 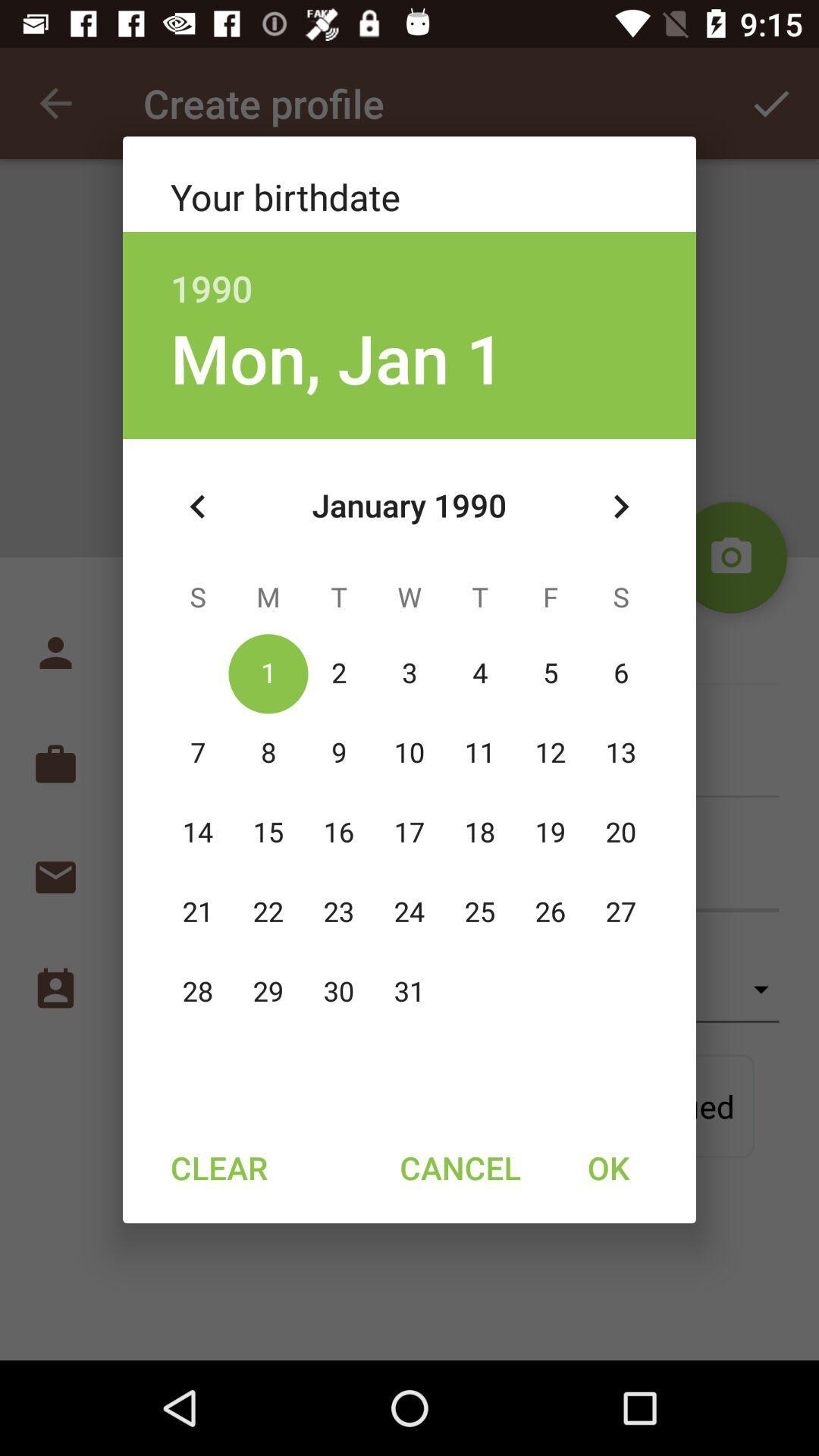 I want to click on the ok item, so click(x=607, y=1166).